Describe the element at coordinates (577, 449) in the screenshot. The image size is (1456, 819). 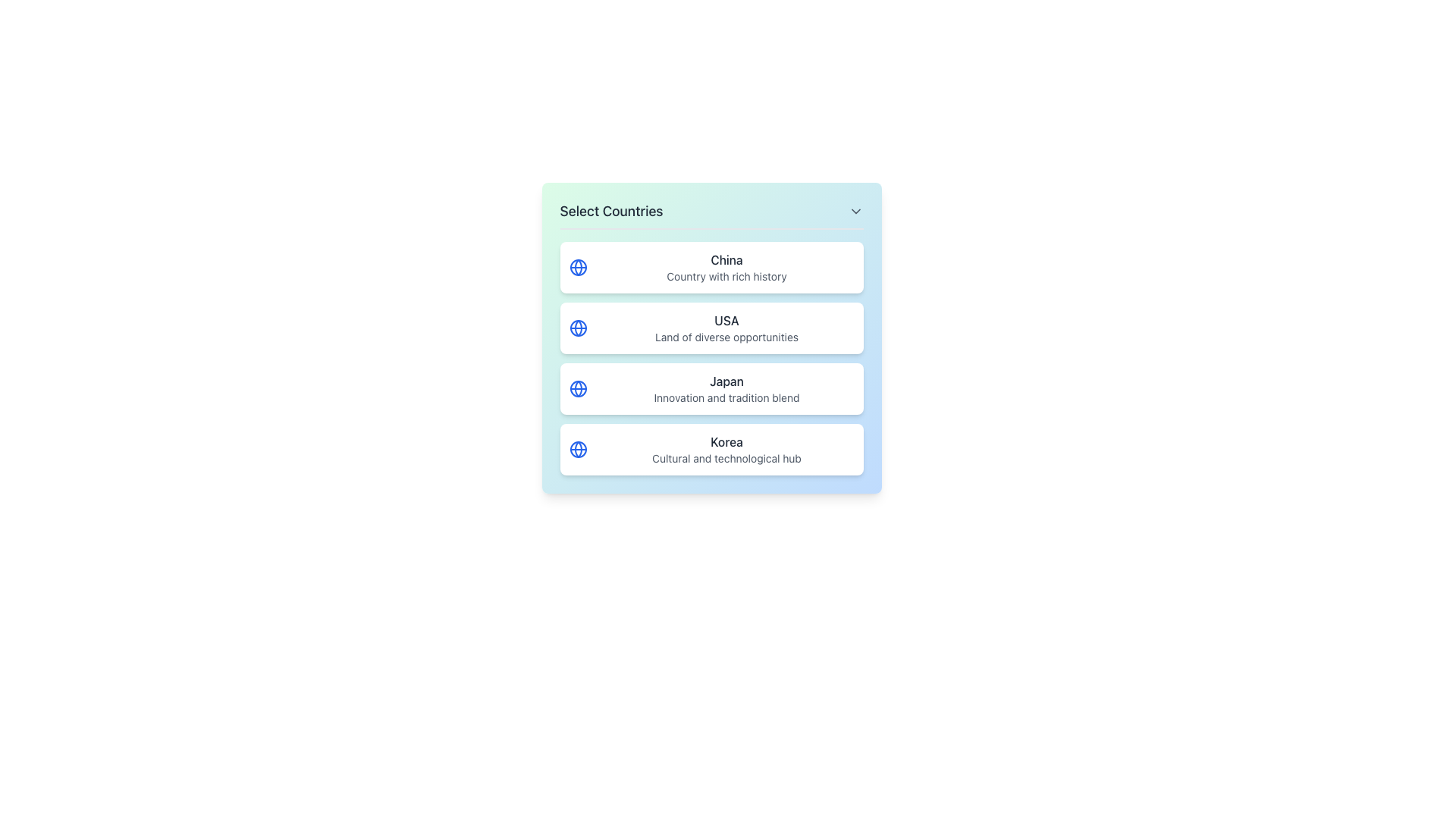
I see `the blue globe icon representing the 'Korea' option in the list, located to the left of the text 'Korea'` at that location.